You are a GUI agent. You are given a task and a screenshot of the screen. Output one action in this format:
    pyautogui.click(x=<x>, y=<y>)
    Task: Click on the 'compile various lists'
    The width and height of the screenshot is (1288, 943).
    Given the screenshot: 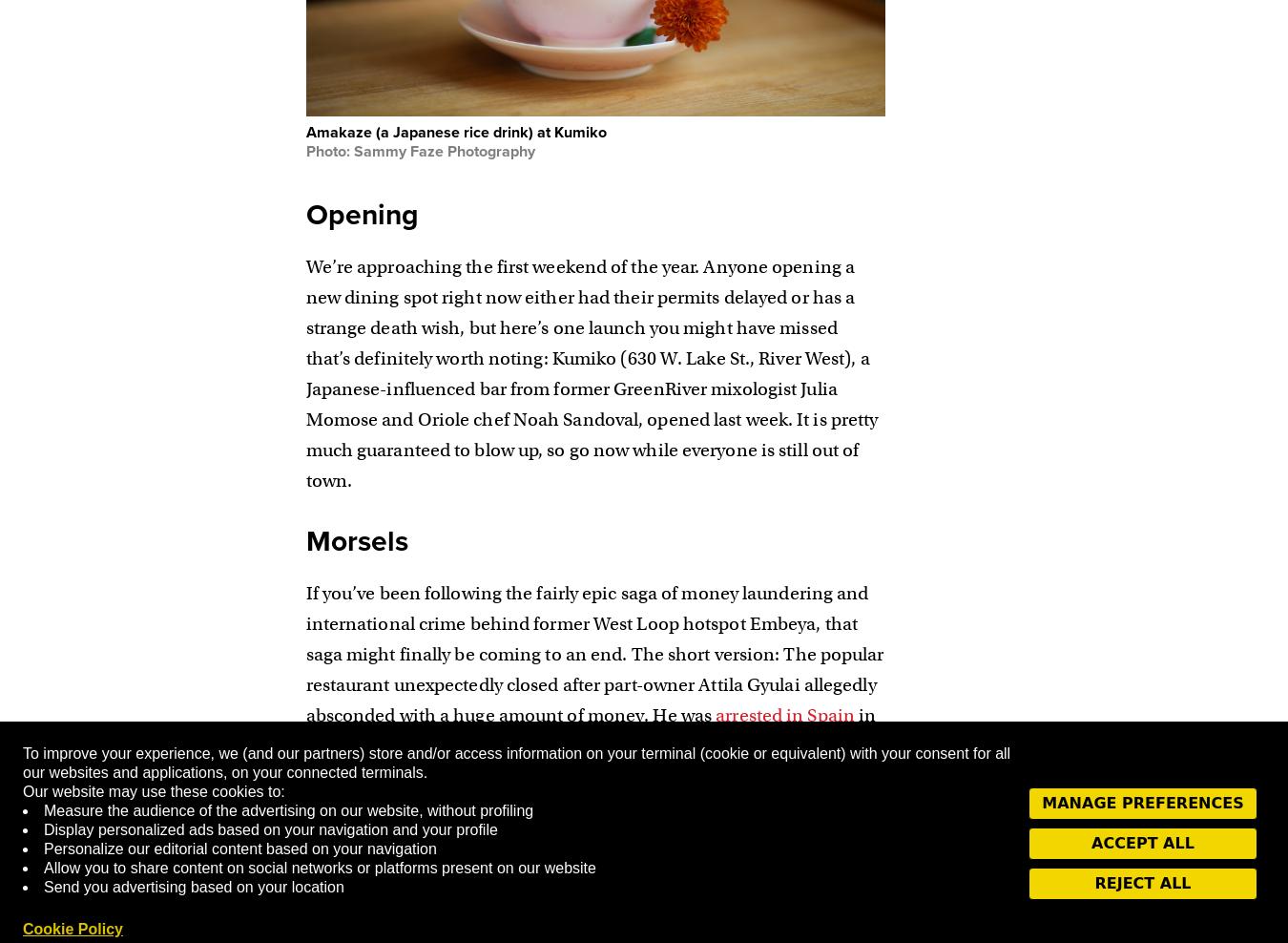 What is the action you would take?
    pyautogui.click(x=577, y=865)
    